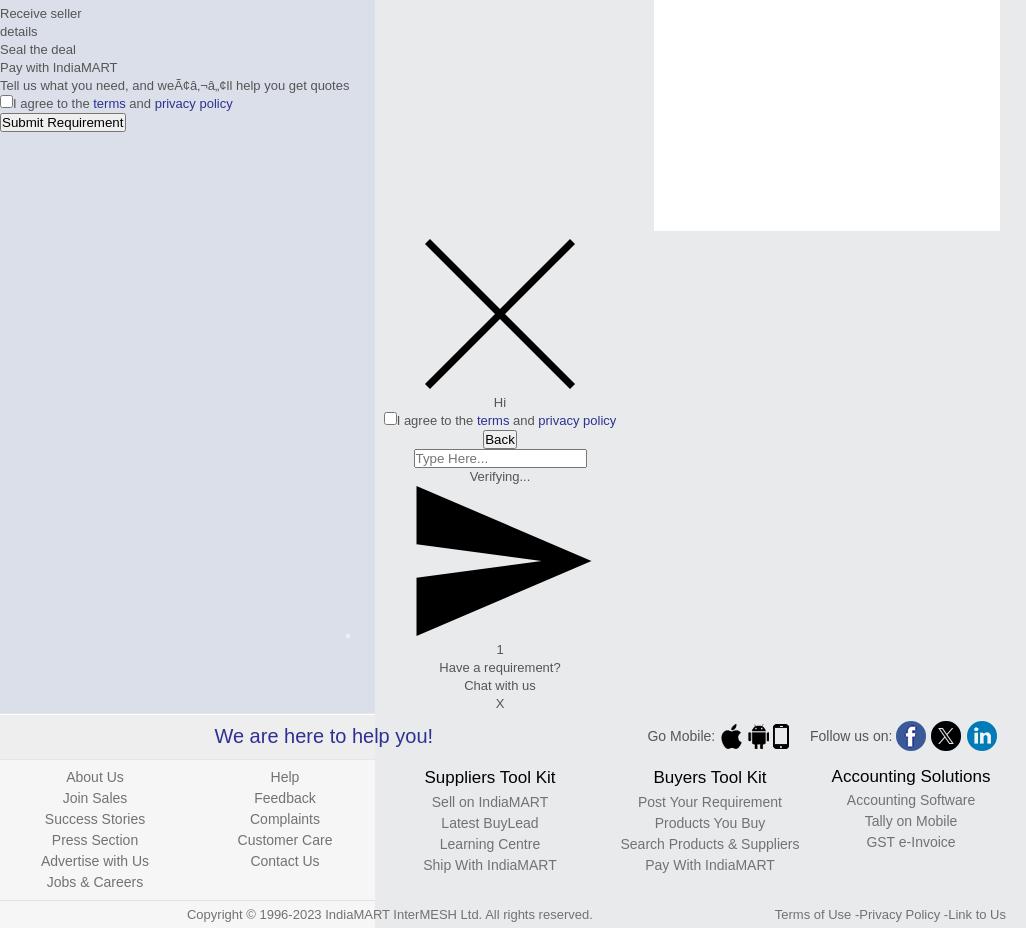  I want to click on 'Follow us on:', so click(852, 734).